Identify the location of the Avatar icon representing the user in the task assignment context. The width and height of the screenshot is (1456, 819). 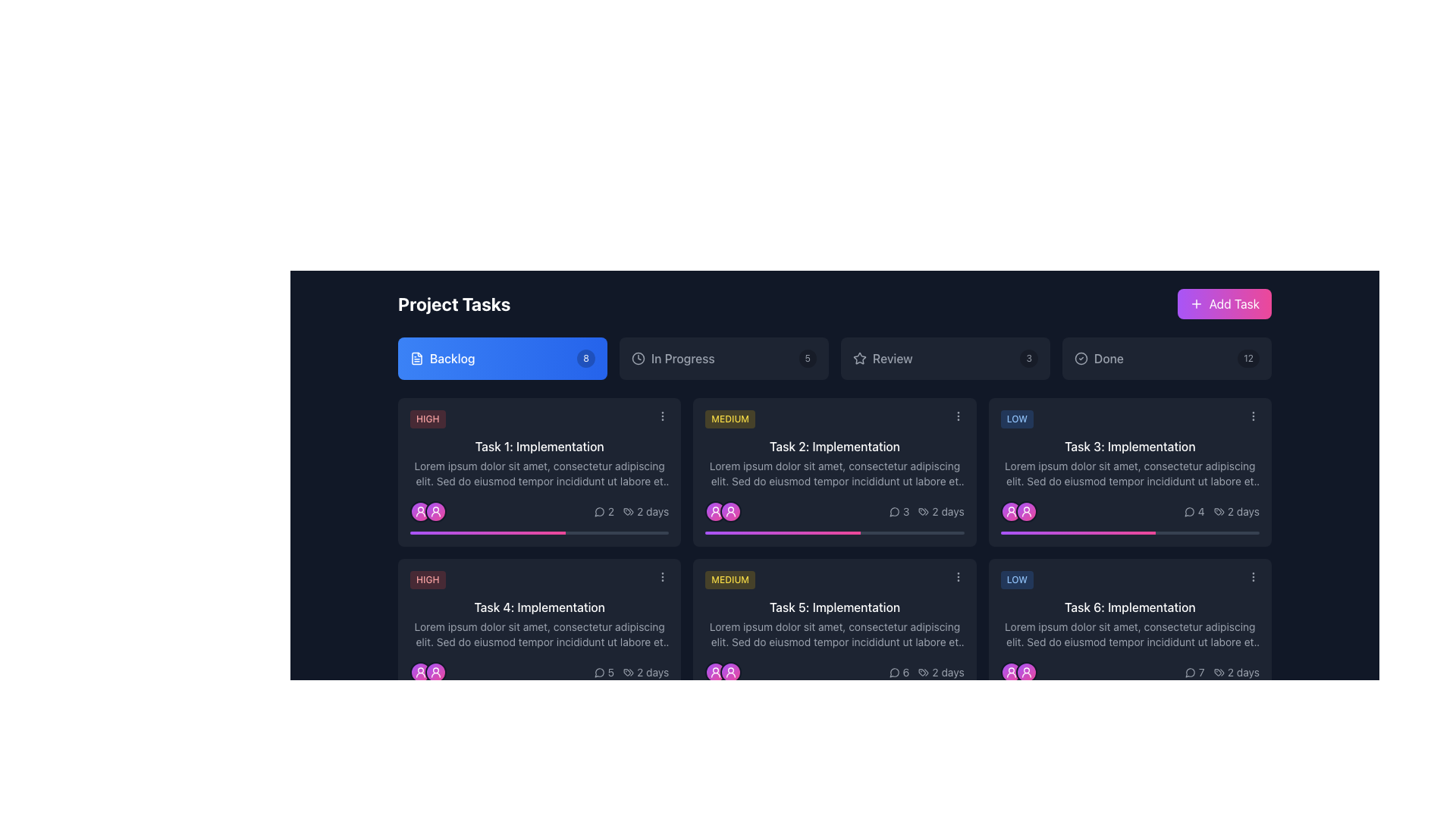
(421, 512).